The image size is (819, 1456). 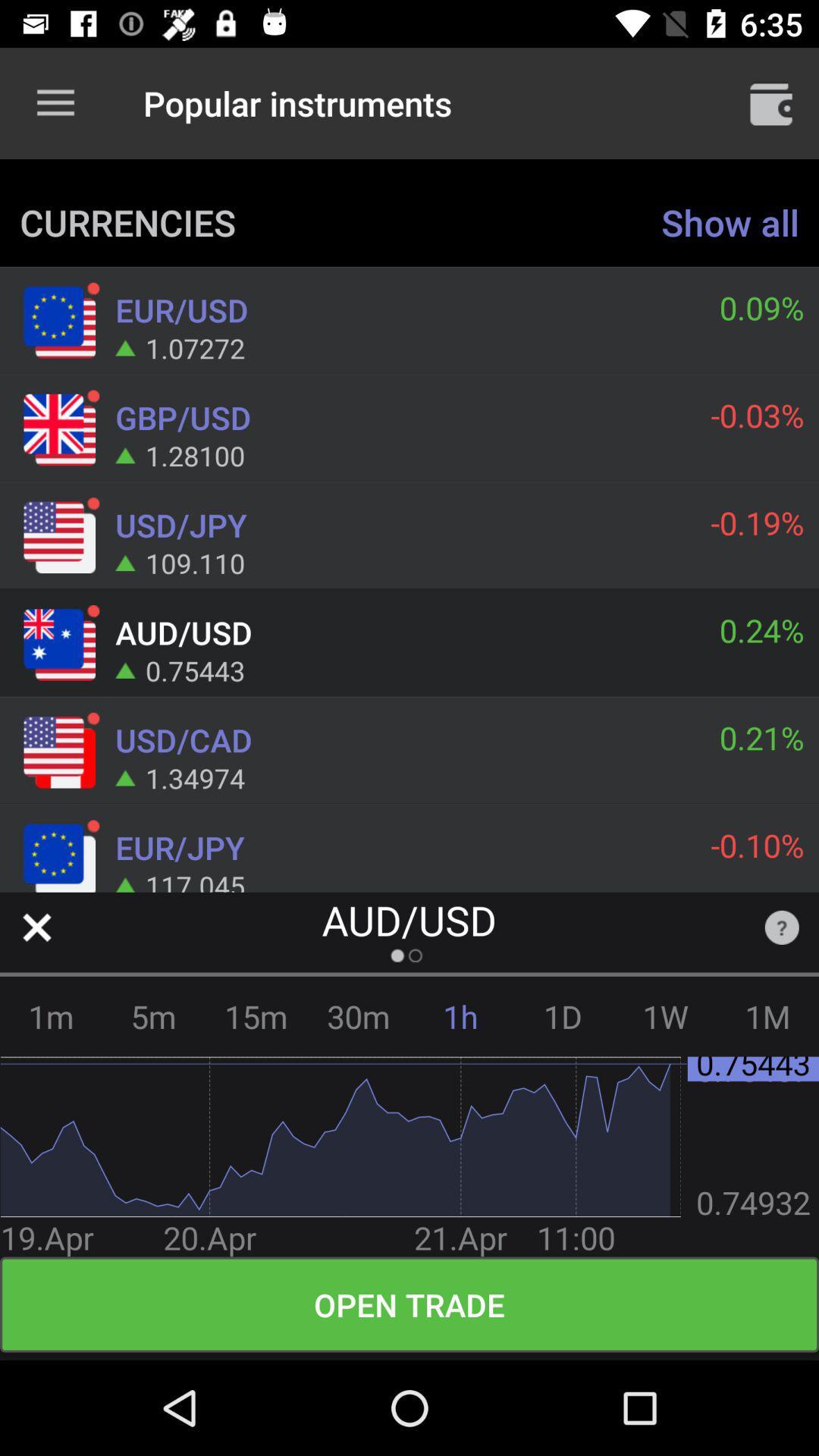 I want to click on the icon next to 1h, so click(x=563, y=1016).